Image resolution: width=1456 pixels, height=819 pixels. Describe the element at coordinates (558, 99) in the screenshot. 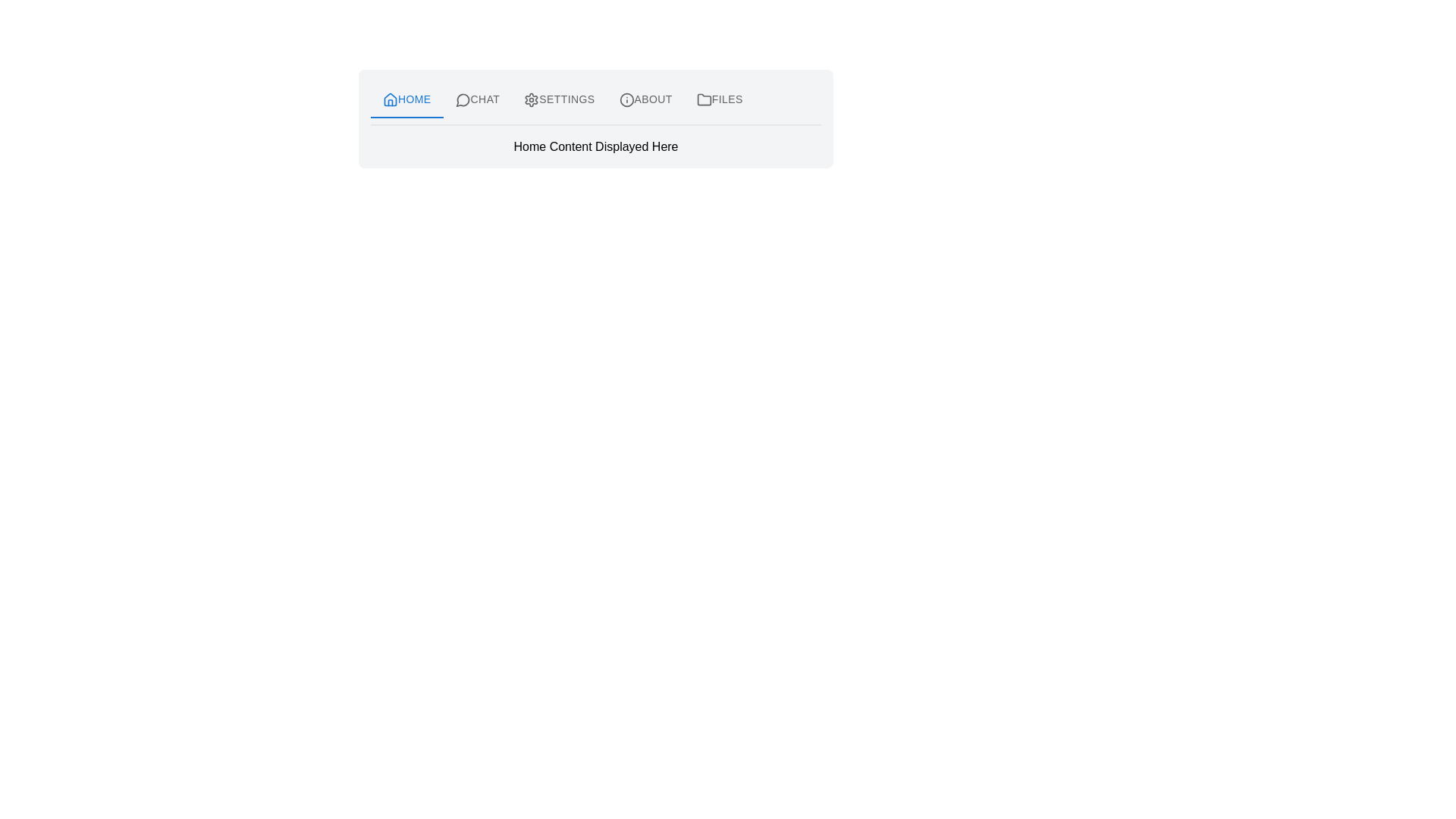

I see `the Tab button in the navigation bar, which is the third item from the left` at that location.